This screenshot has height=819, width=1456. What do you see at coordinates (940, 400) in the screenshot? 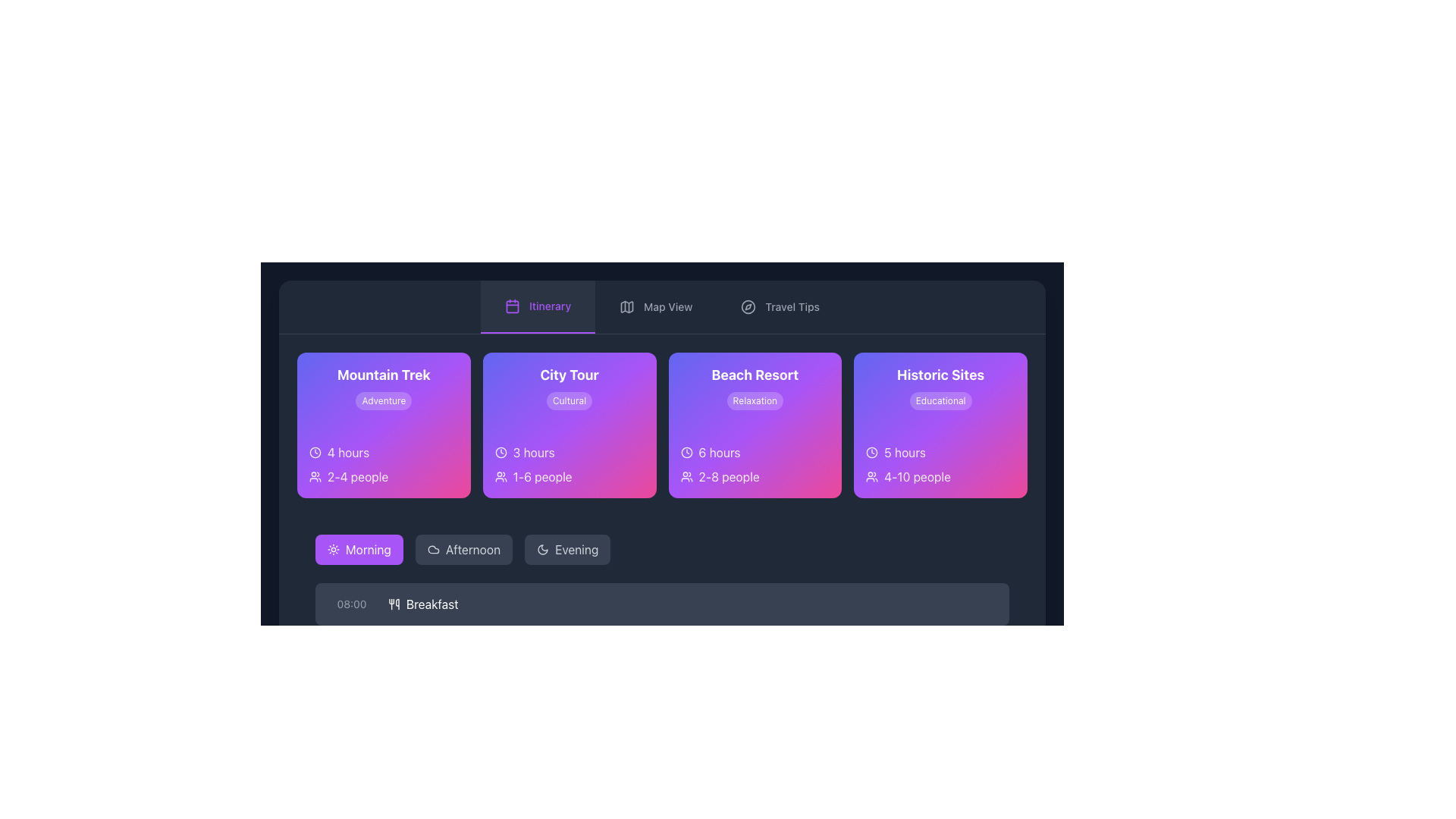
I see `the 'Educational' label located at the top-right corner of the 'Historic Sites' card` at bounding box center [940, 400].